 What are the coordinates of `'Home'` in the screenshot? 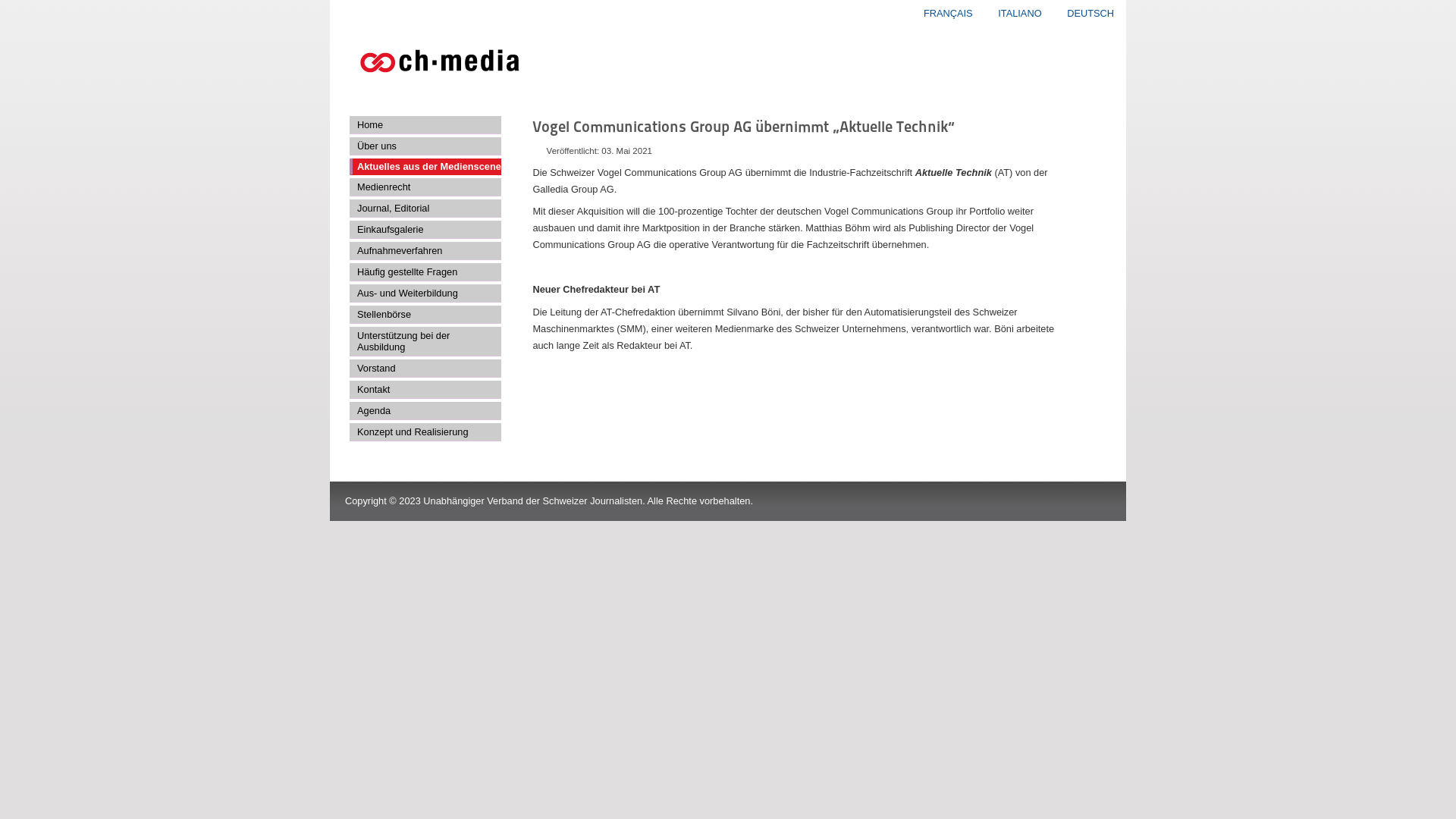 It's located at (425, 124).